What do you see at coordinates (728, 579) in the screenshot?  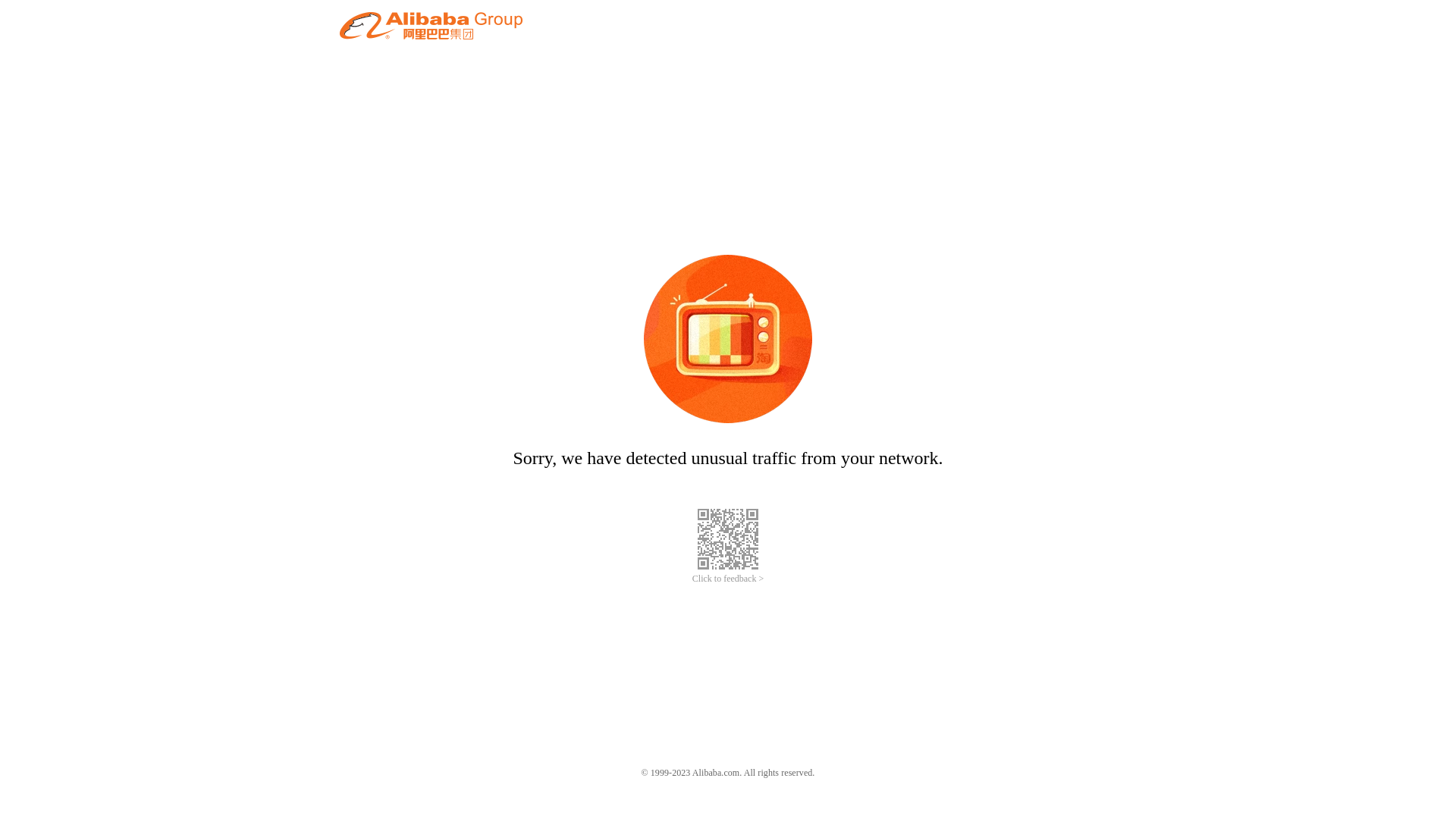 I see `'Click to feedback >'` at bounding box center [728, 579].